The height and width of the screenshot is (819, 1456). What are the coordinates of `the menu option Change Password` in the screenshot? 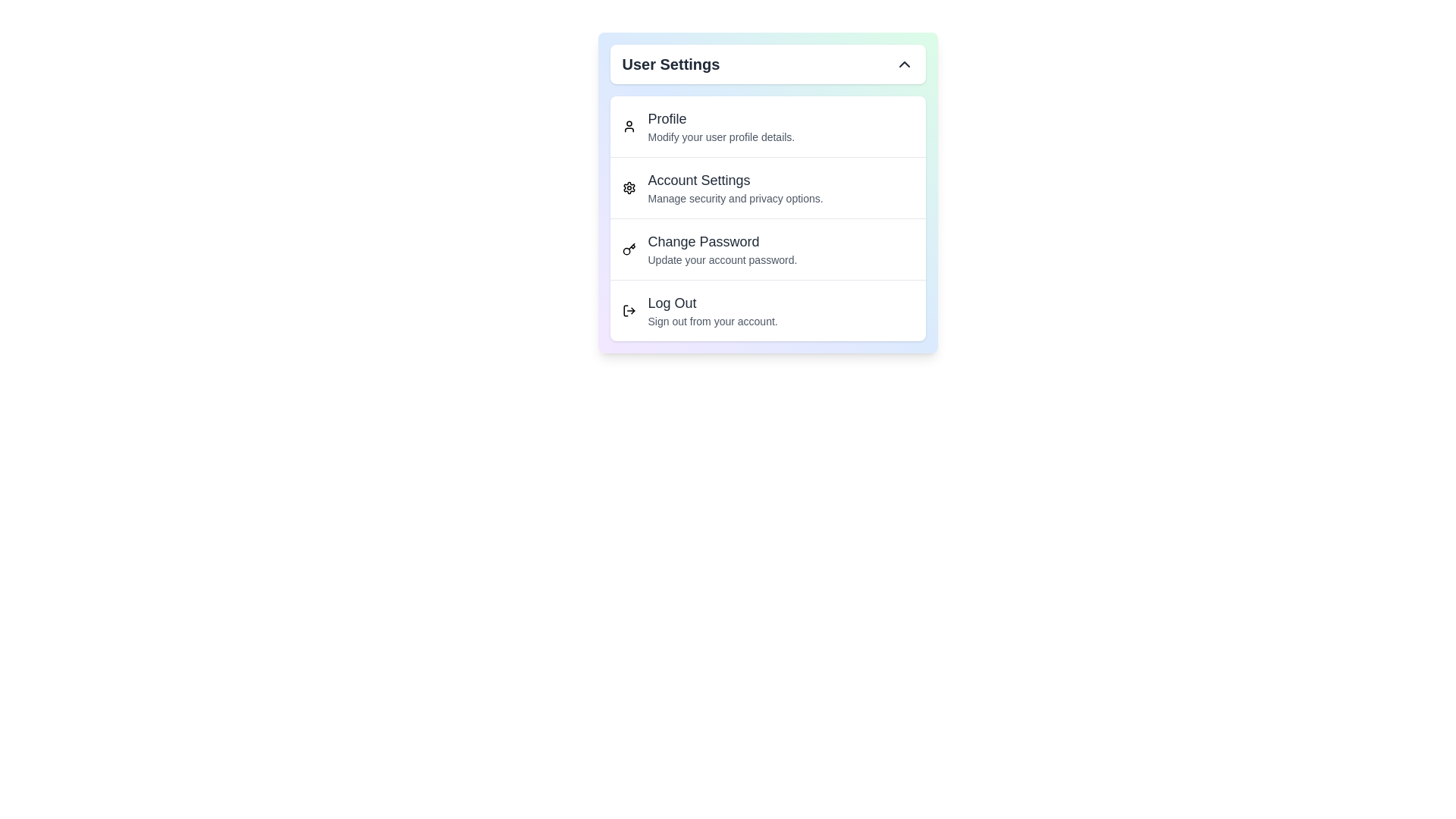 It's located at (767, 248).